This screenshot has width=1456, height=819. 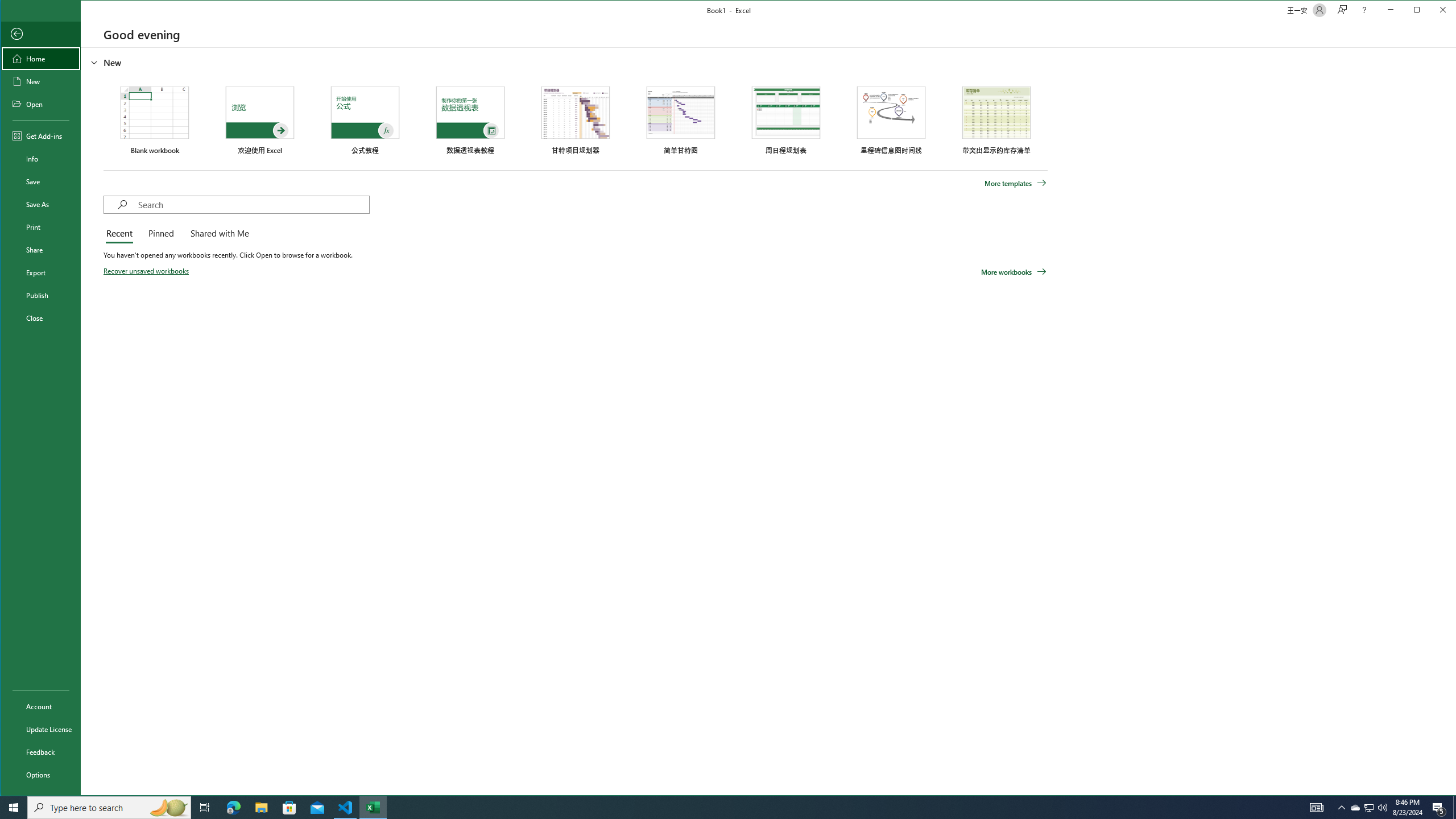 I want to click on 'Update License', so click(x=40, y=728).